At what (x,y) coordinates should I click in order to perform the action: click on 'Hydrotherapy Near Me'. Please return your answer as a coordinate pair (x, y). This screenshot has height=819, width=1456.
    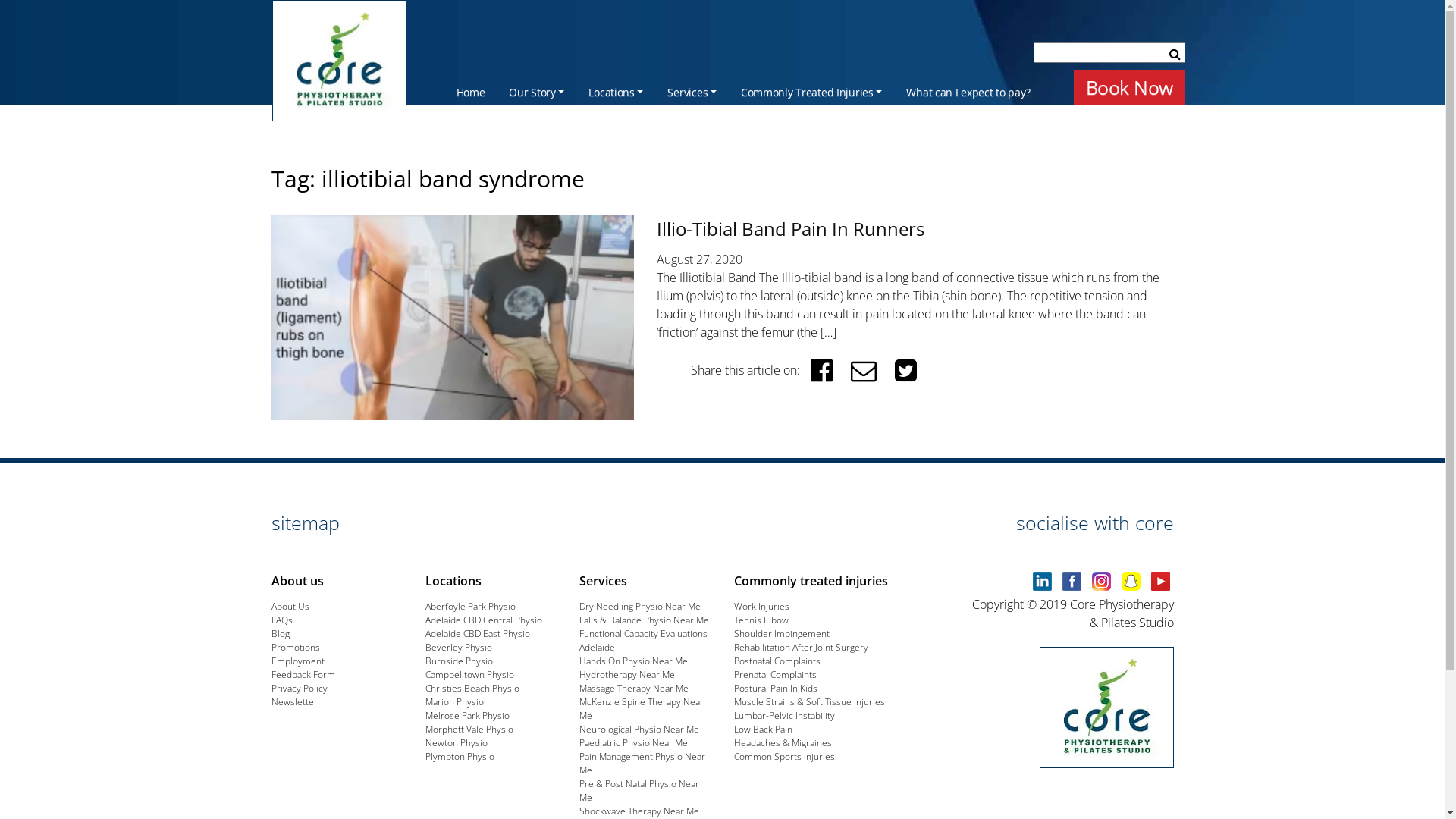
    Looking at the image, I should click on (626, 673).